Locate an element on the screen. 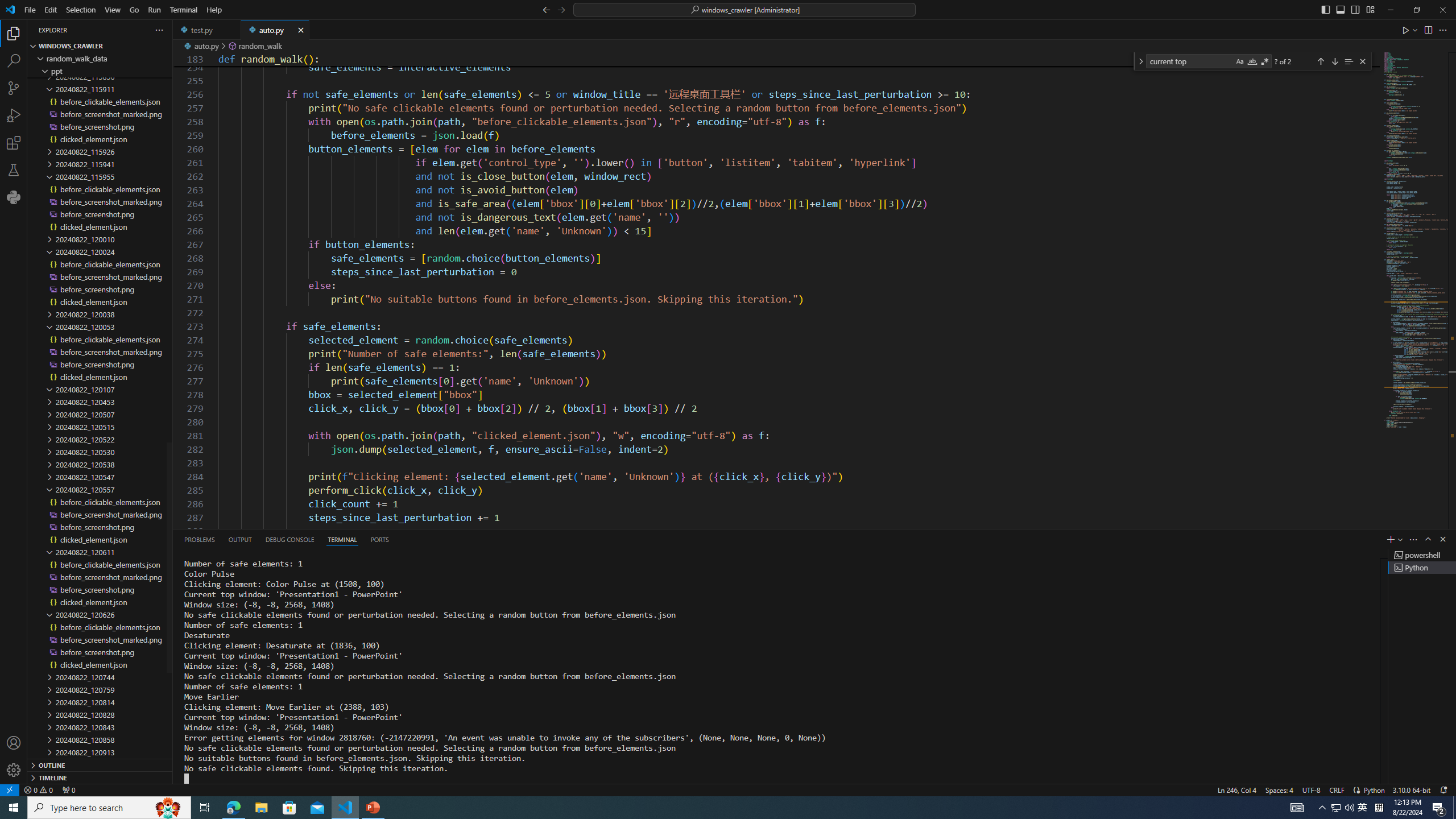  'Explorer (Ctrl+Shift+E)' is located at coordinates (14, 33).